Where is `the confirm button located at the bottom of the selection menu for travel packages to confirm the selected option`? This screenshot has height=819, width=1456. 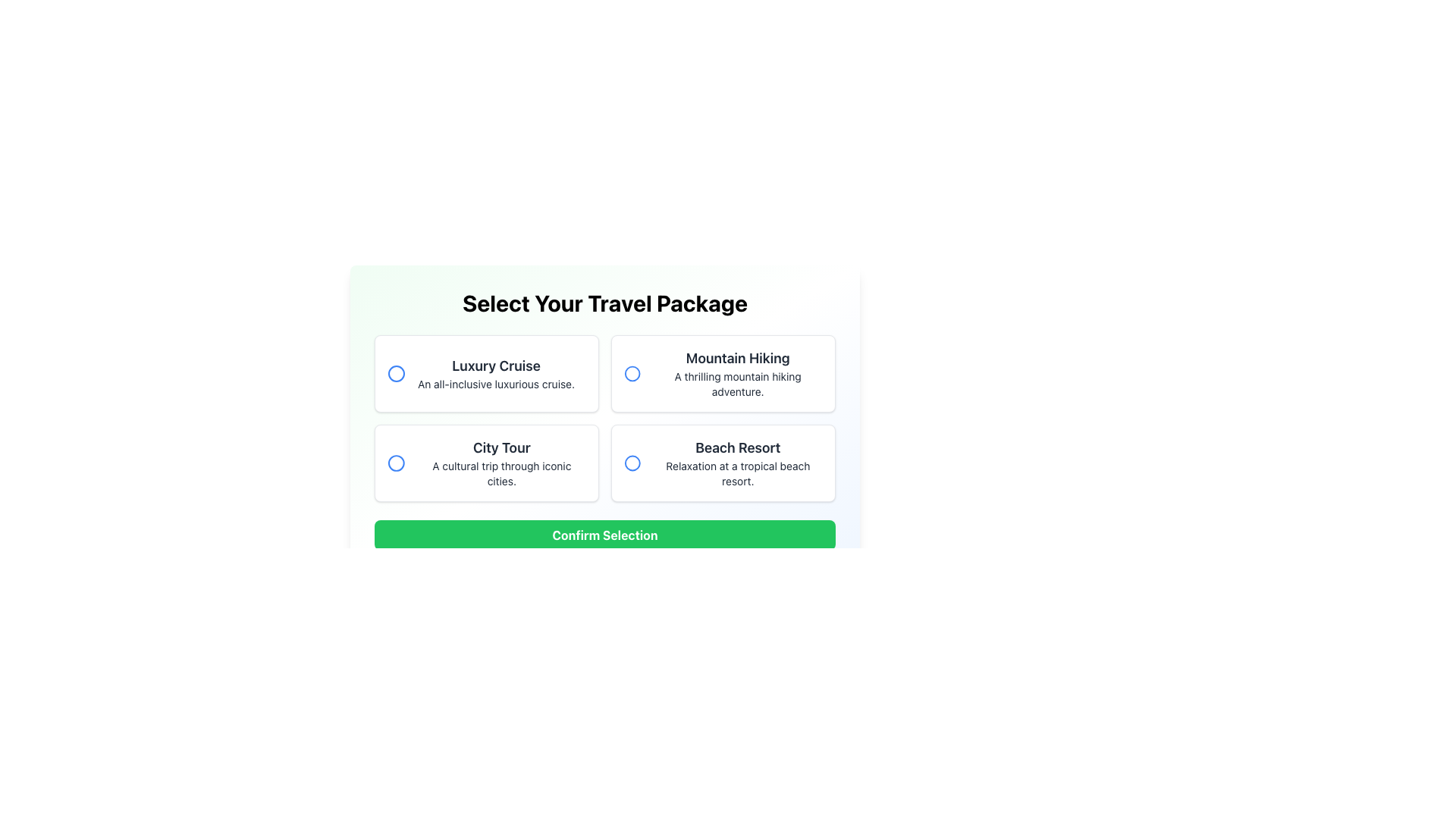 the confirm button located at the bottom of the selection menu for travel packages to confirm the selected option is located at coordinates (604, 534).